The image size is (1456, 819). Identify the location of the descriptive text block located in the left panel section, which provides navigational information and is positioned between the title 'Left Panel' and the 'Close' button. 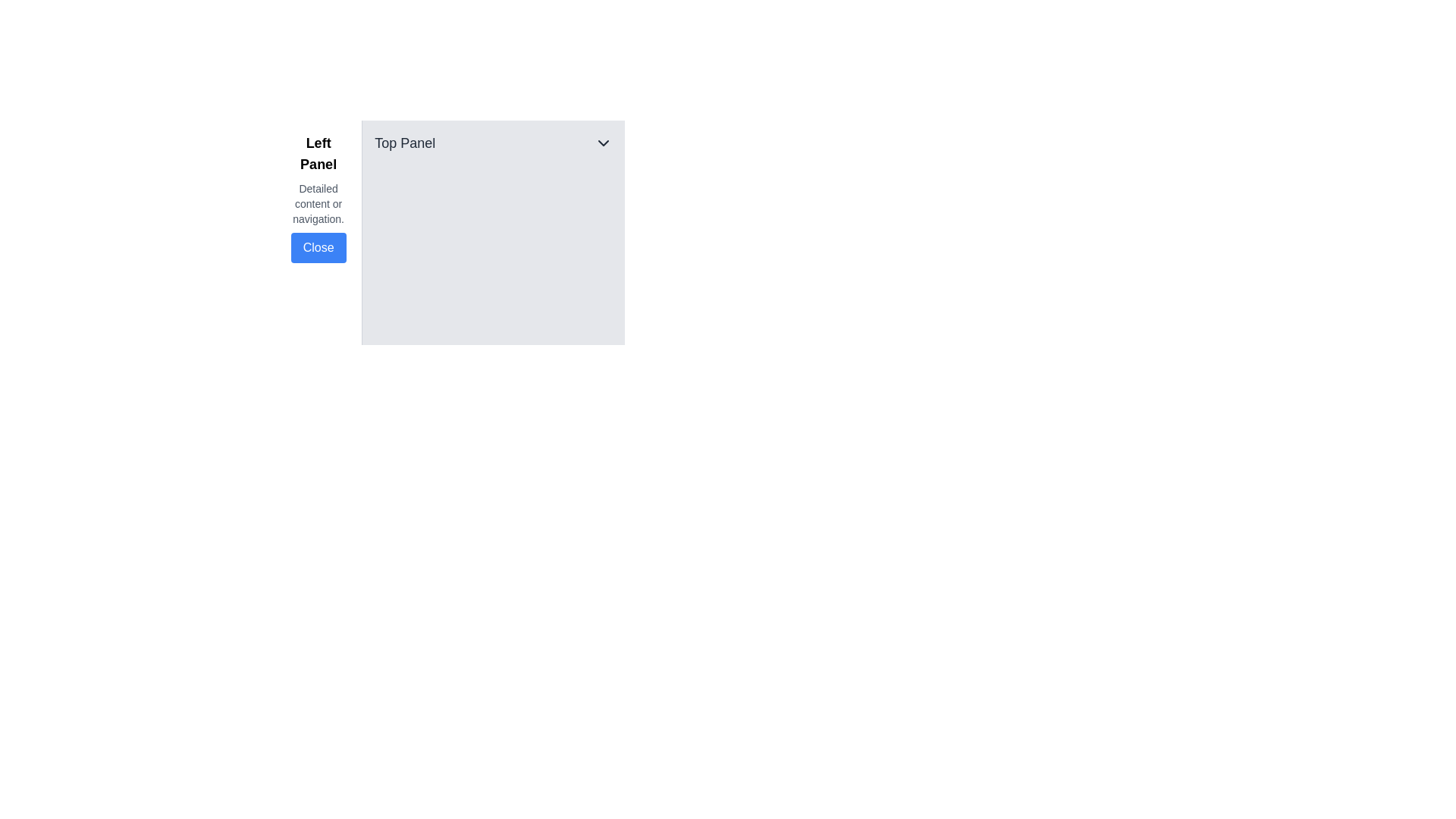
(318, 203).